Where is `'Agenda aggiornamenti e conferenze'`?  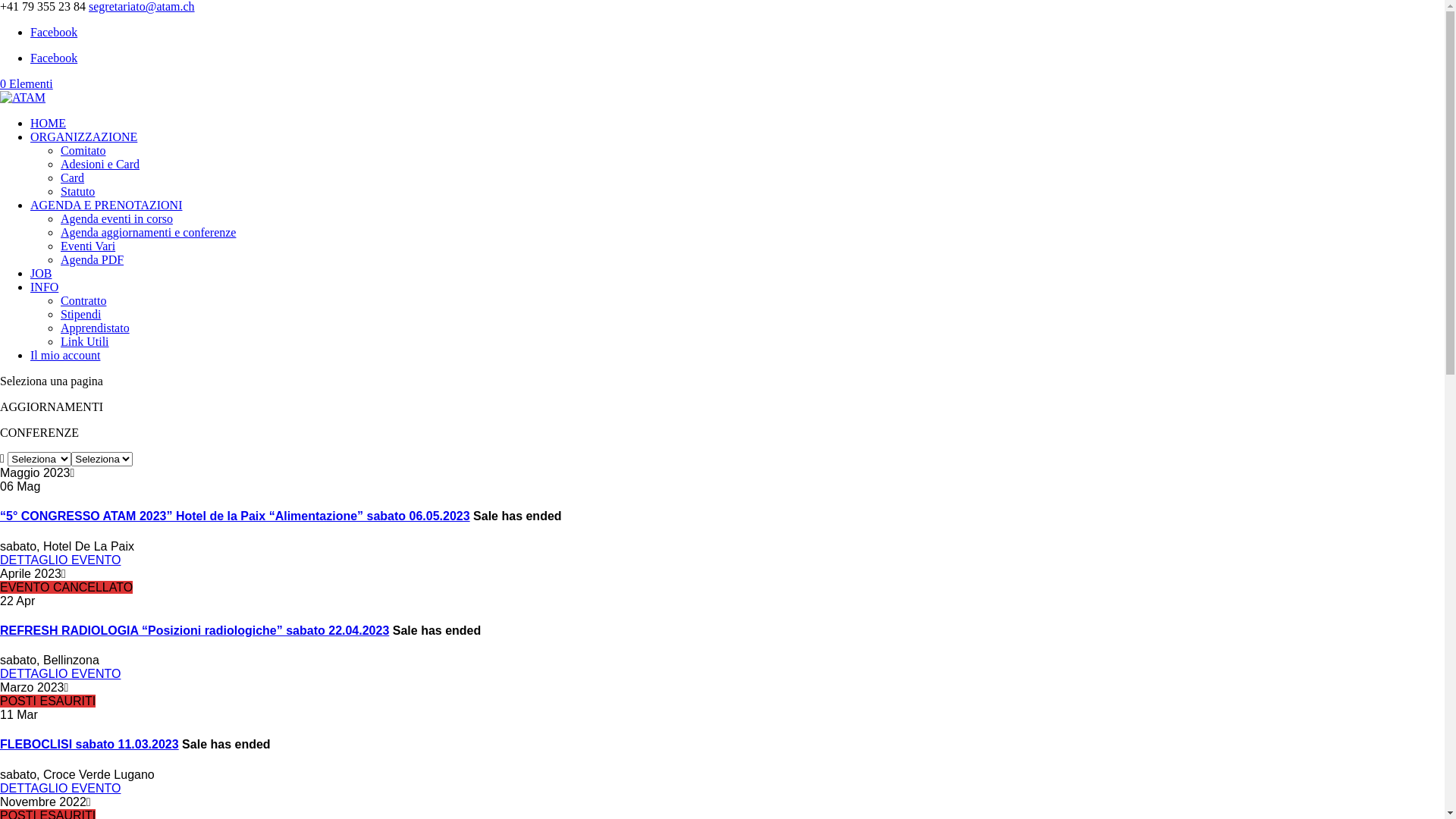 'Agenda aggiornamenti e conferenze' is located at coordinates (61, 232).